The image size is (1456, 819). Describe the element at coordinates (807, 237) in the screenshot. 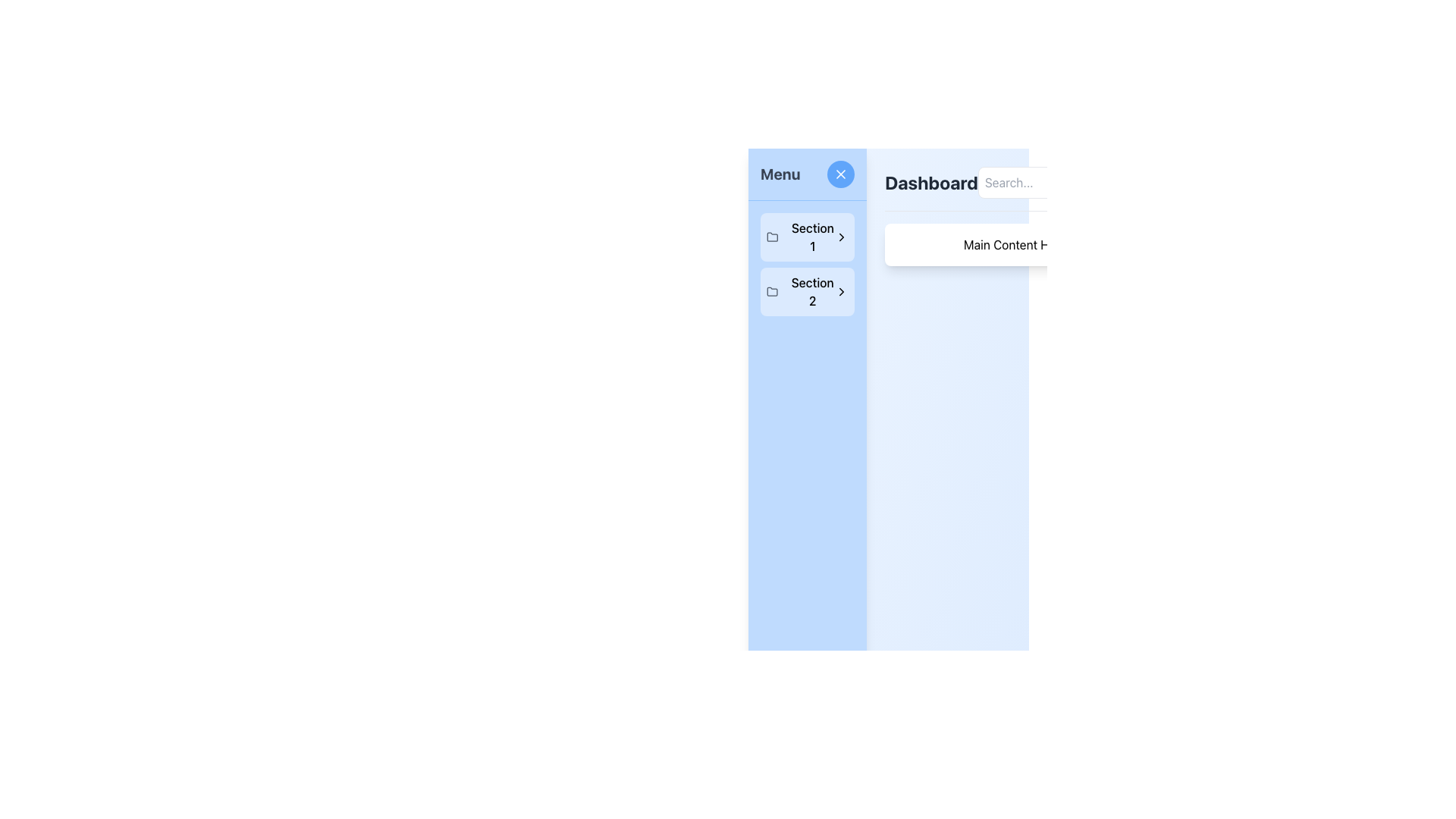

I see `the 'Section 1' clickable menu item, which is the first item in the sidebar menu` at that location.